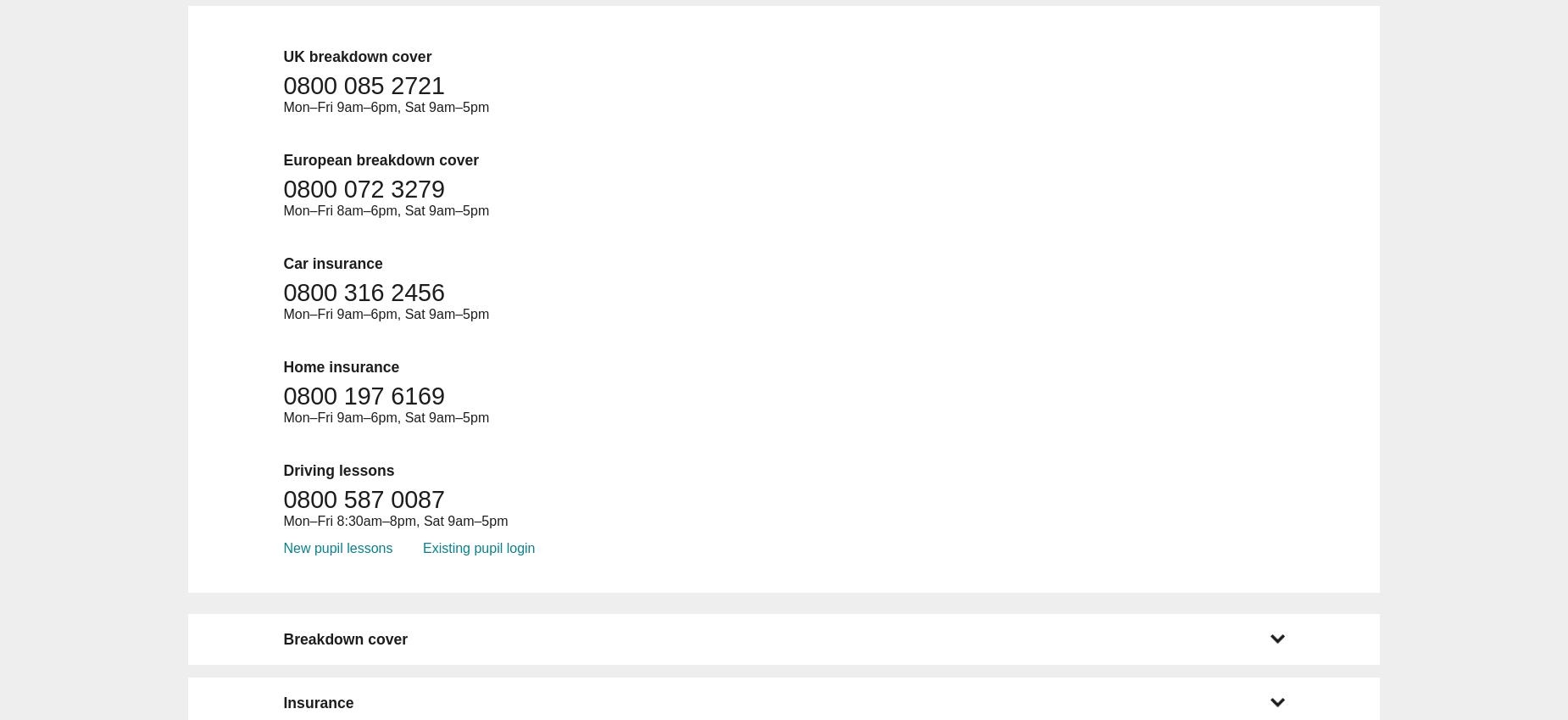 Image resolution: width=1568 pixels, height=720 pixels. I want to click on 'Insurance', so click(317, 702).